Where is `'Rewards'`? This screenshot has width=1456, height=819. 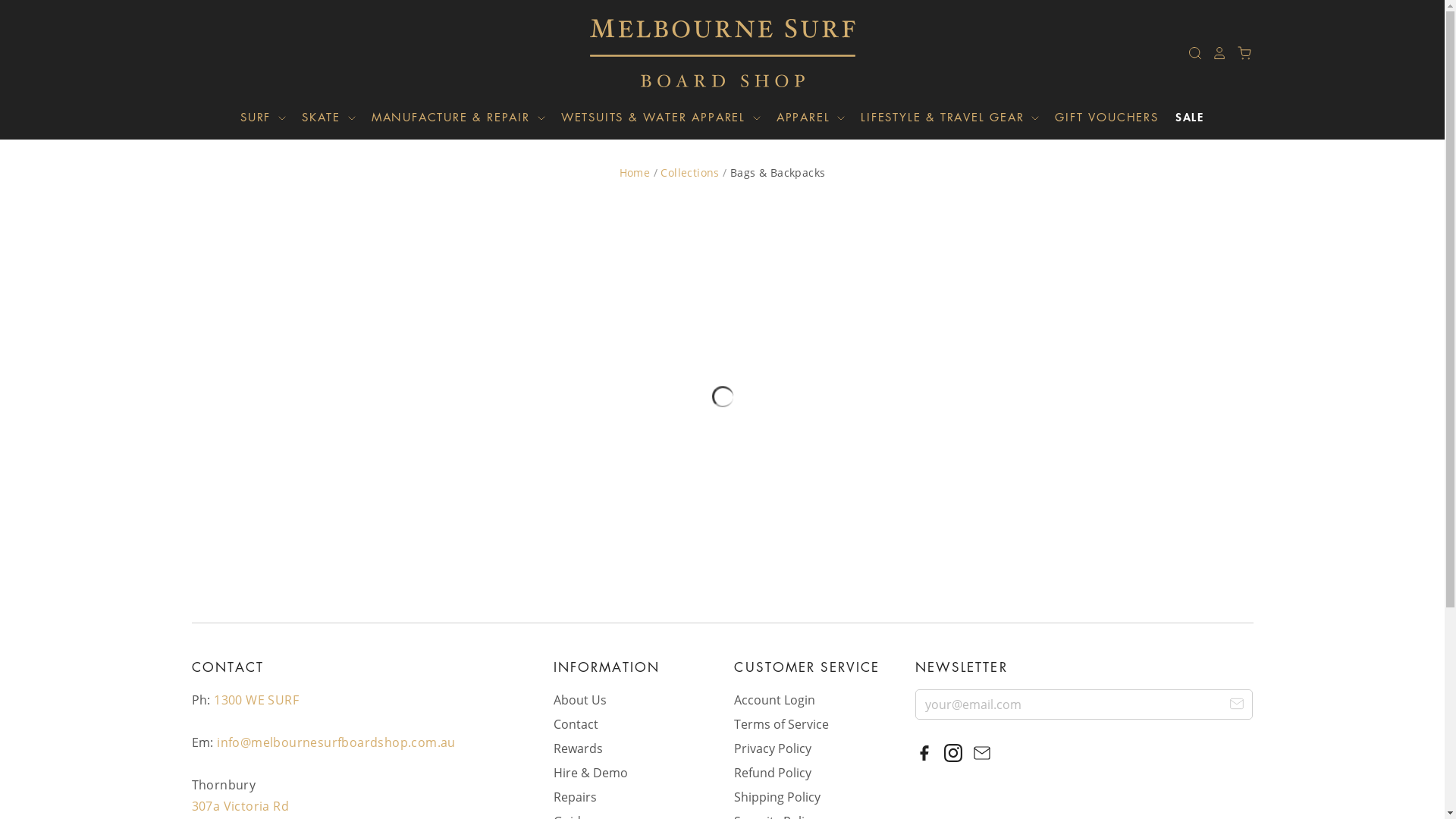
'Rewards' is located at coordinates (577, 748).